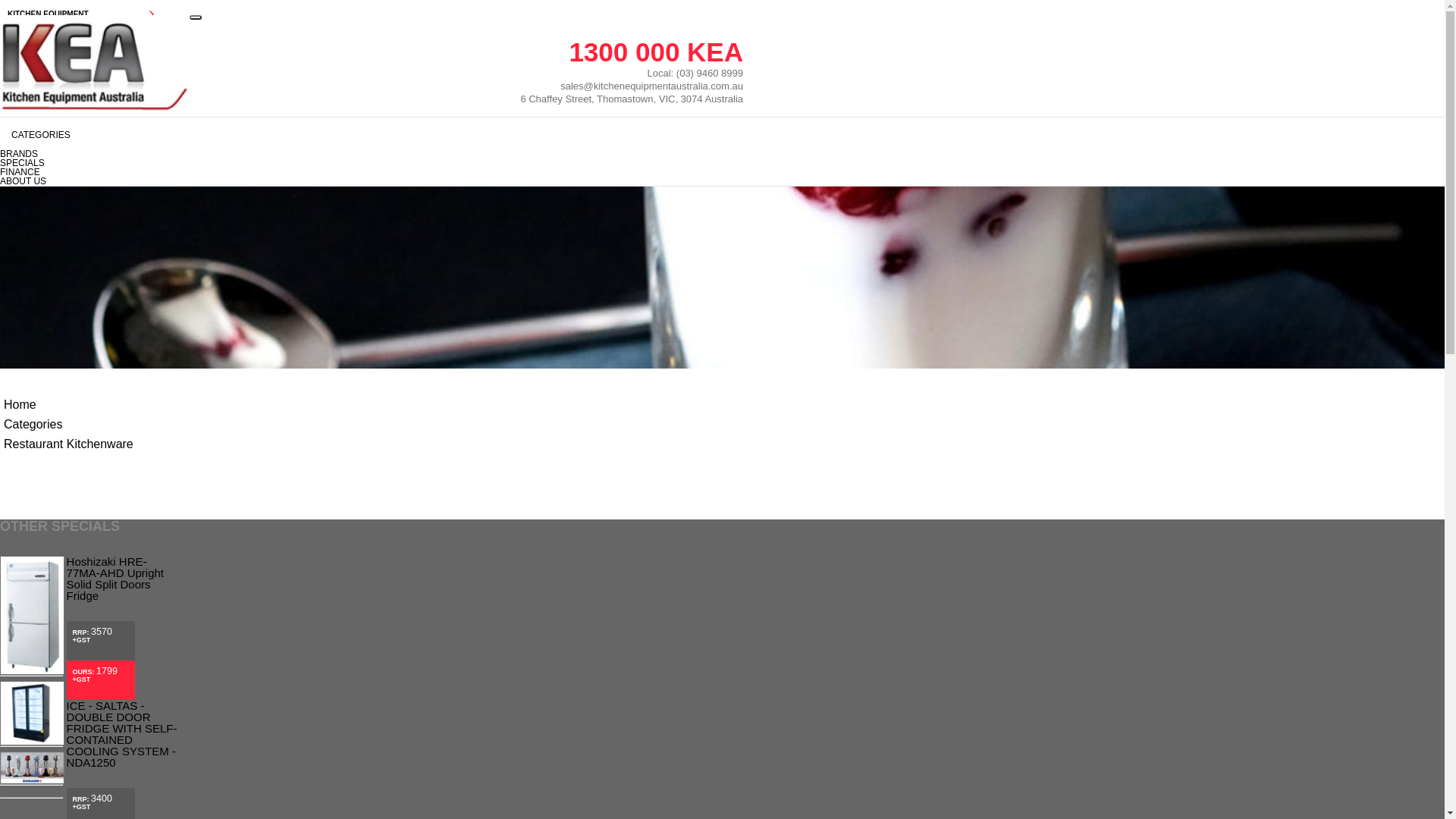  What do you see at coordinates (83, 14) in the screenshot?
I see `'KITCHEN EQUIPMENT'` at bounding box center [83, 14].